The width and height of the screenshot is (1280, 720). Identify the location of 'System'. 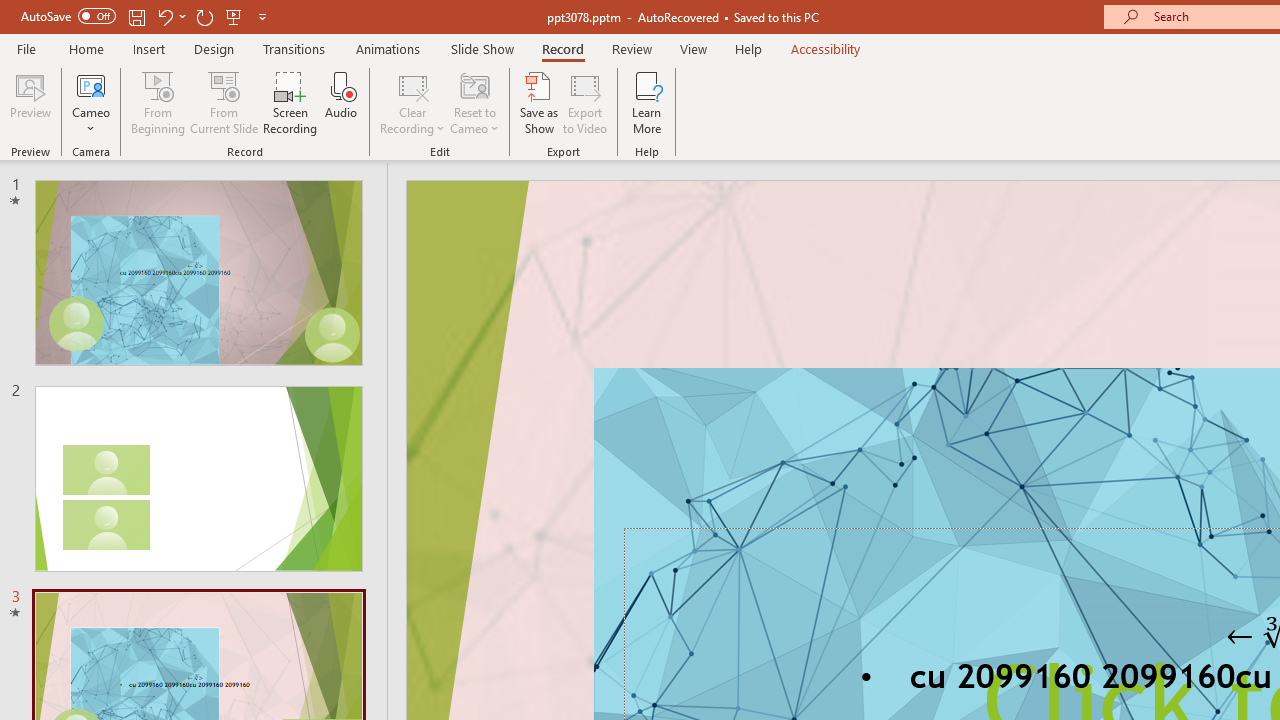
(10, 11).